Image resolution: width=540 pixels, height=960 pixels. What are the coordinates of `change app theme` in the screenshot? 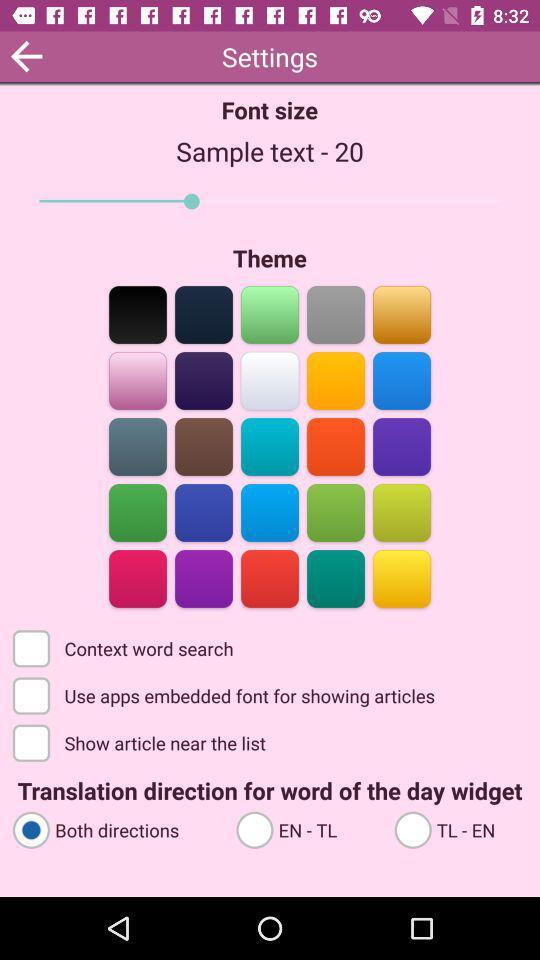 It's located at (335, 378).